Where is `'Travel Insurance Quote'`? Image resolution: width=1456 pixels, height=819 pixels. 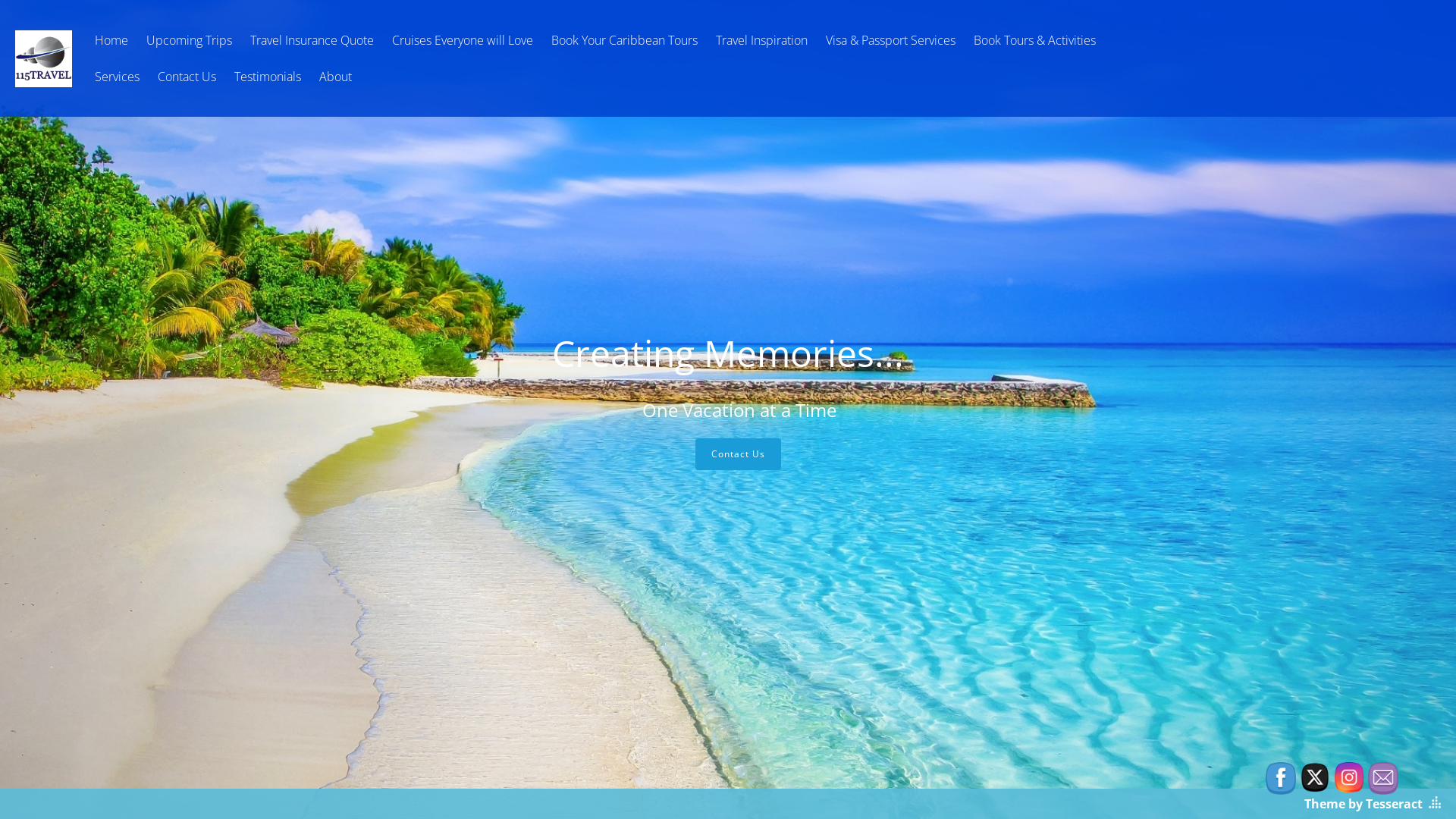
'Travel Insurance Quote' is located at coordinates (311, 39).